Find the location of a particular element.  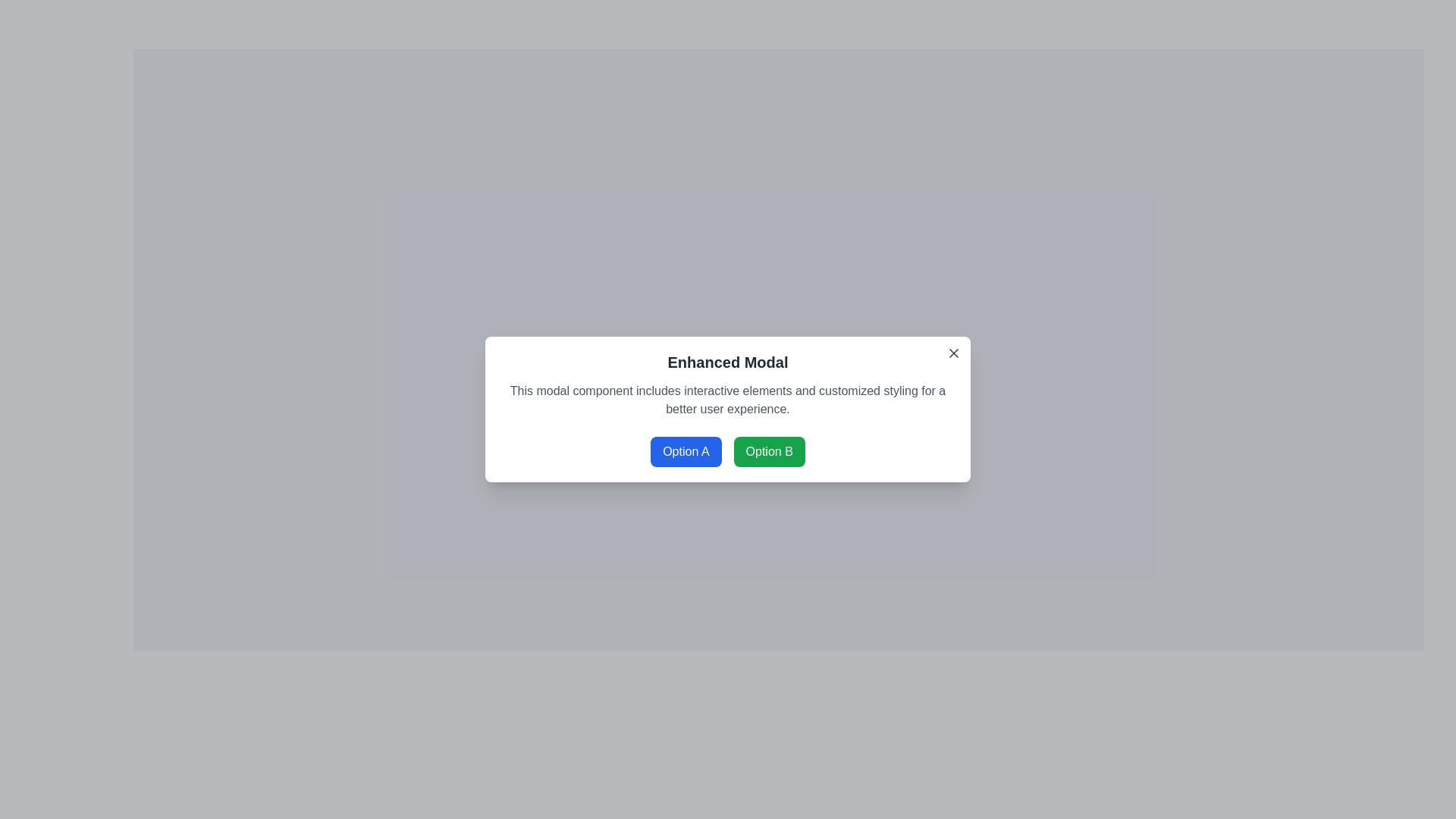

the close button located at the top-right corner of the modal window to trigger hover effects is located at coordinates (952, 353).